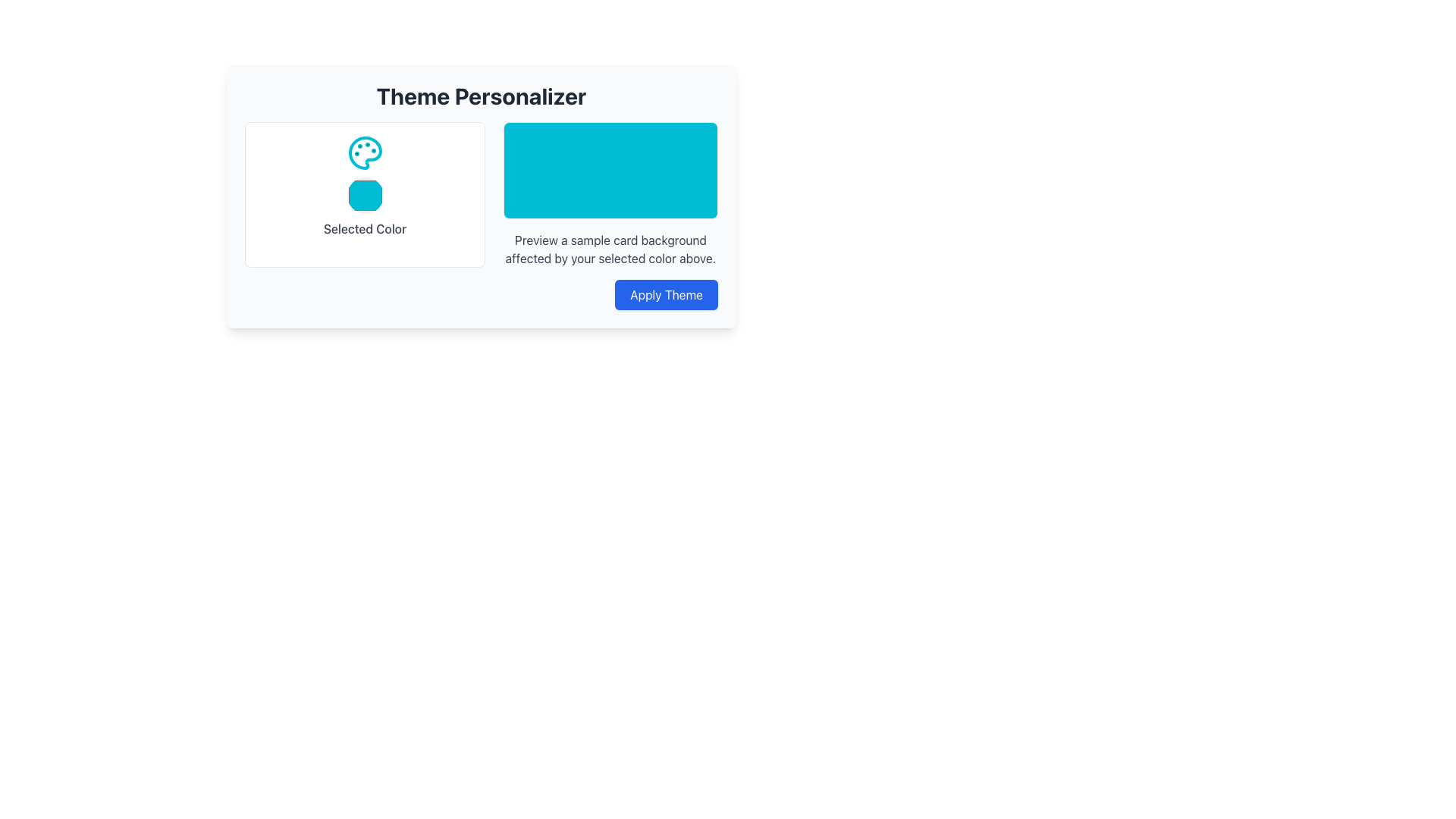 This screenshot has height=819, width=1456. Describe the element at coordinates (365, 152) in the screenshot. I see `the painter's palette icon, which has a turquoise blue stroke and is positioned in the 'Selected Color' card above the color representation circle` at that location.